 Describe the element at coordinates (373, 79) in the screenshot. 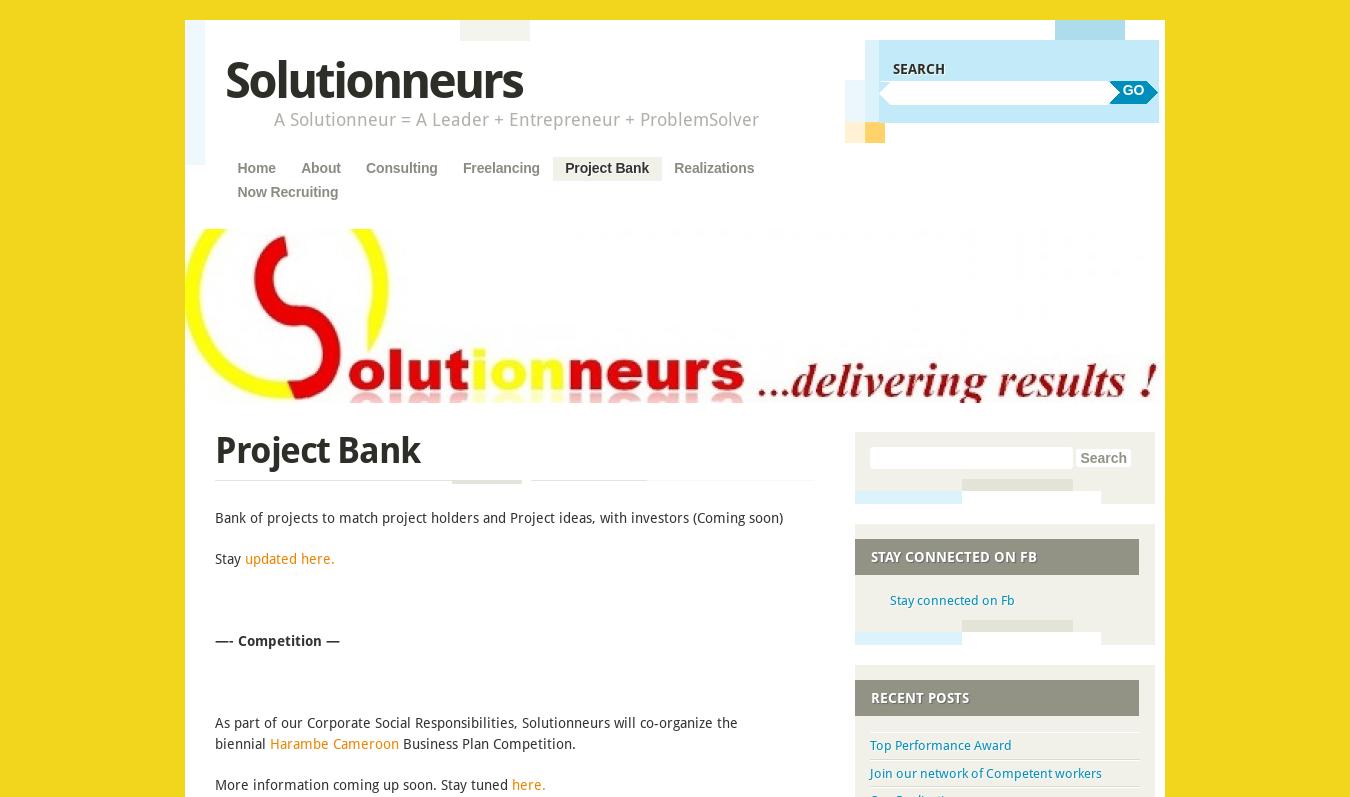

I see `'Solutionneurs'` at that location.